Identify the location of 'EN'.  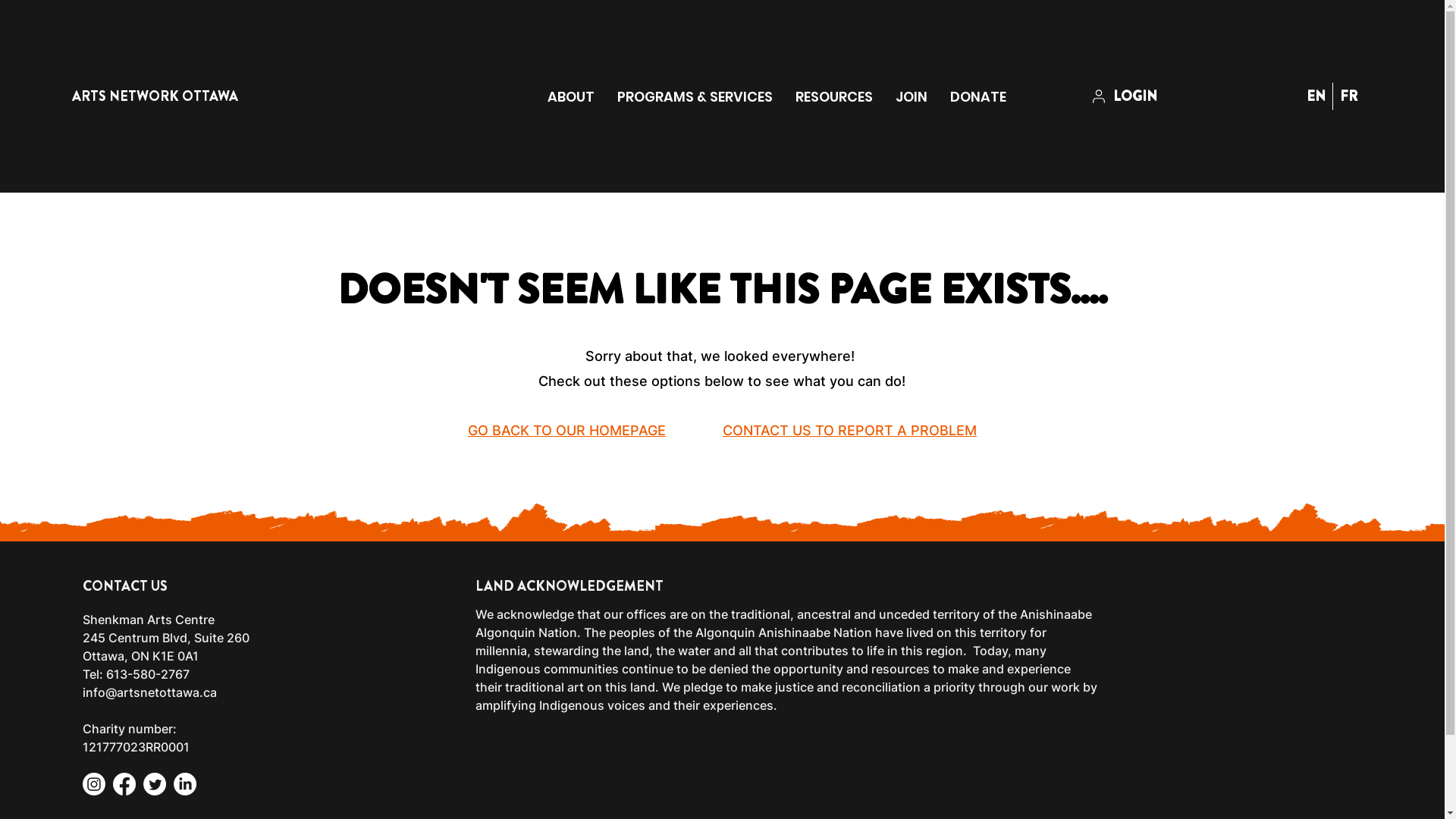
(1315, 96).